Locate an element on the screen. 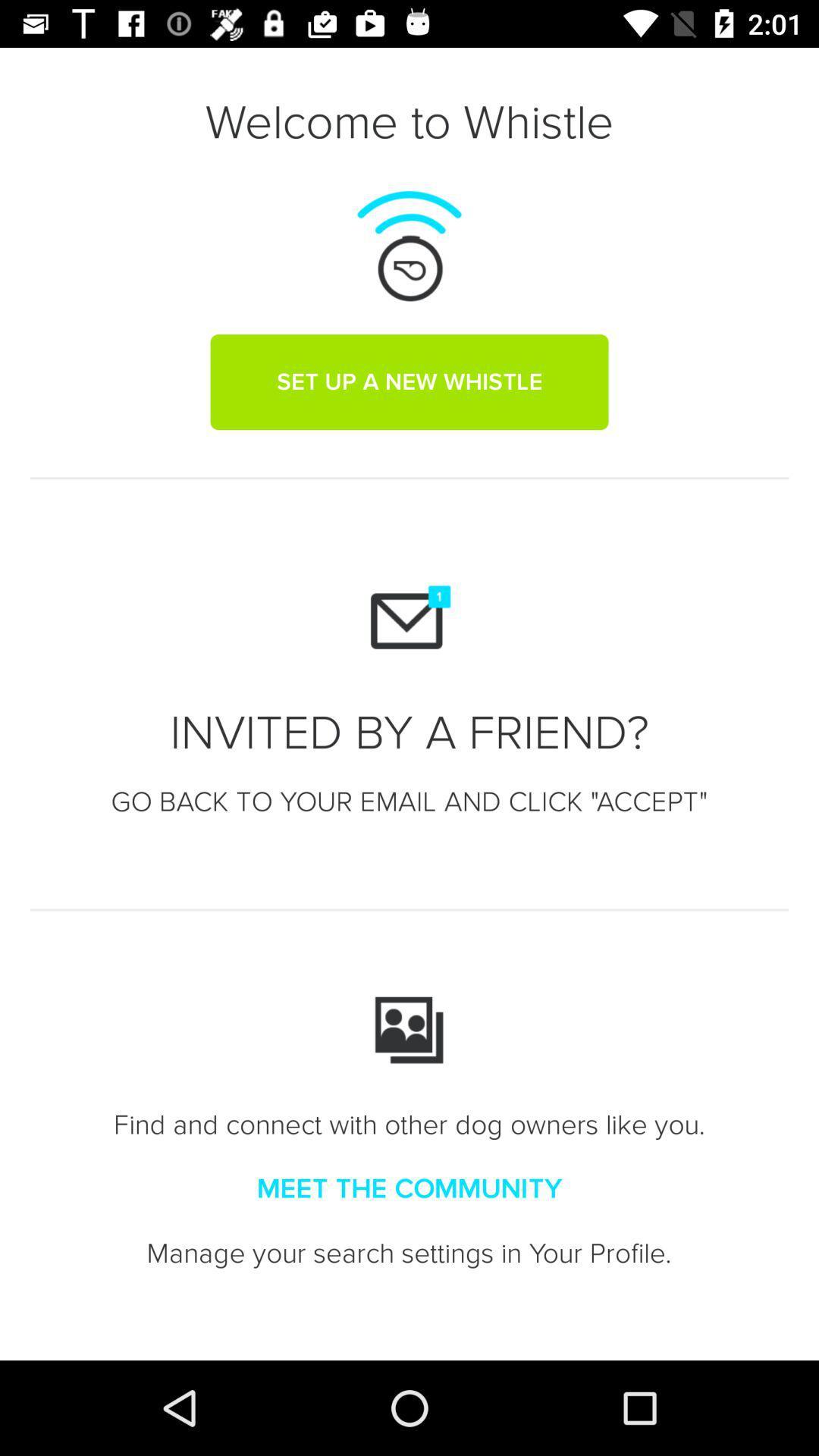  the set up a item is located at coordinates (409, 382).